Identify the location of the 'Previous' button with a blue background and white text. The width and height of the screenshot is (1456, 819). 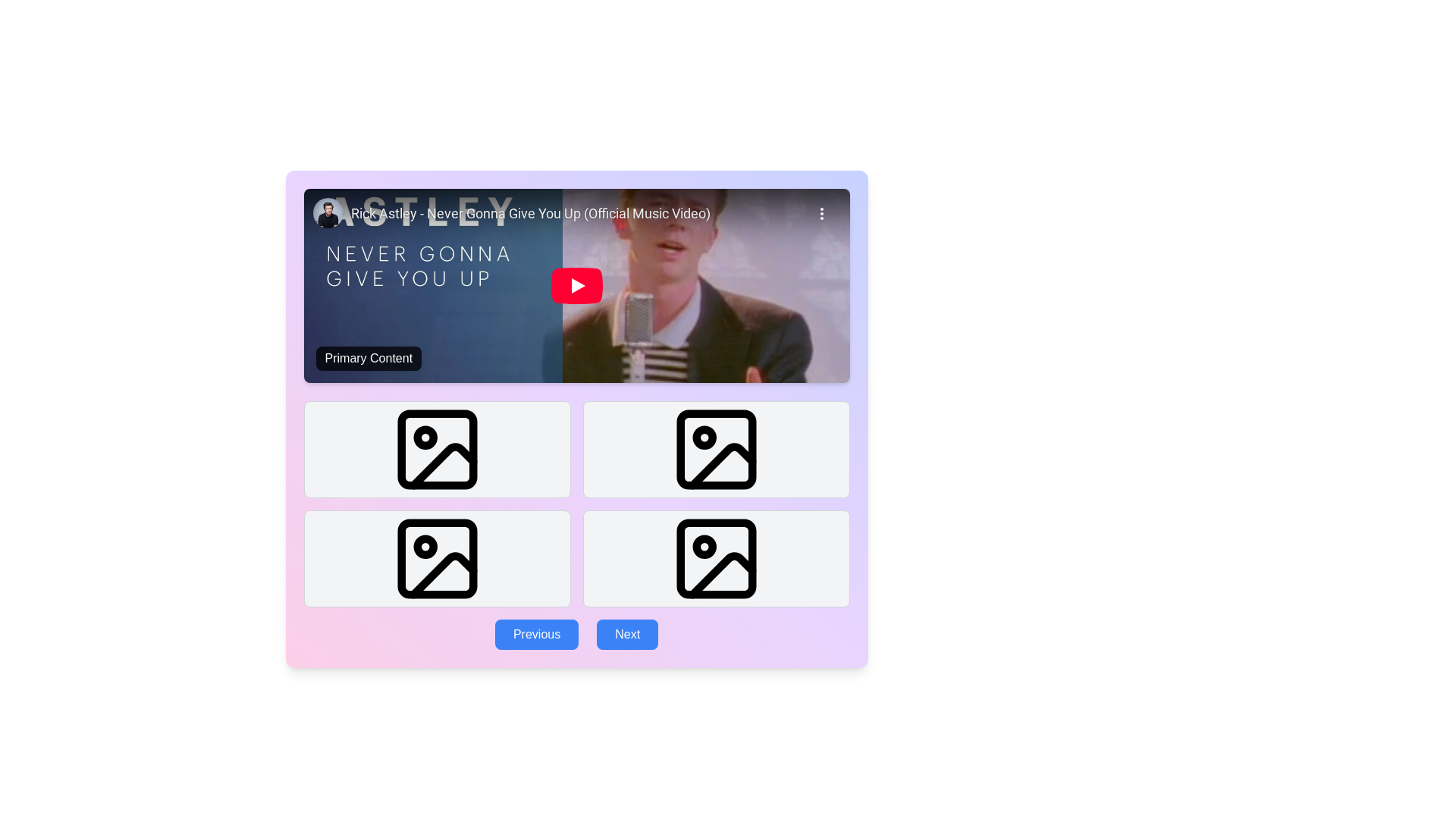
(537, 635).